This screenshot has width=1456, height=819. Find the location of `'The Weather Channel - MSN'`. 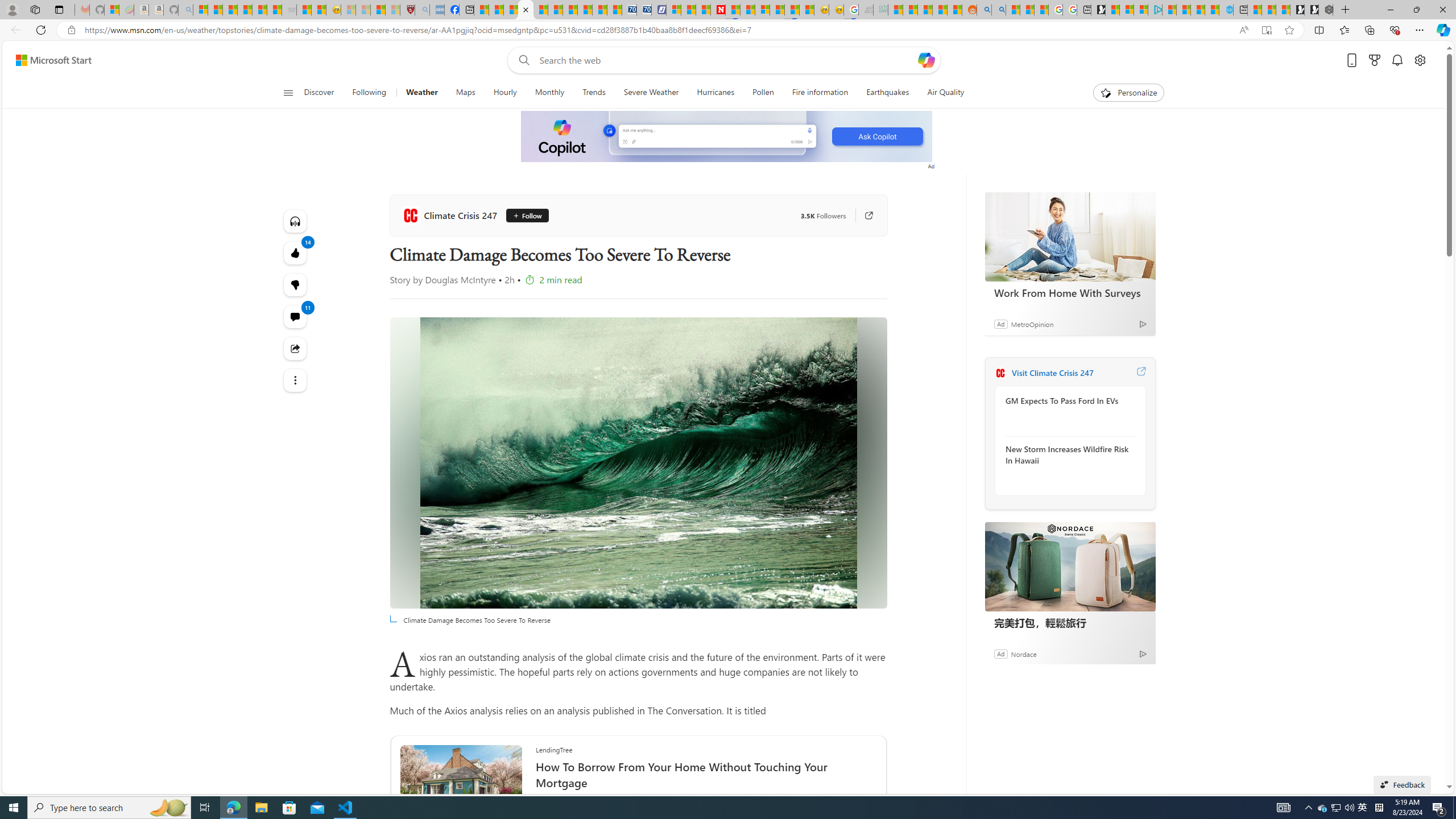

'The Weather Channel - MSN' is located at coordinates (229, 9).